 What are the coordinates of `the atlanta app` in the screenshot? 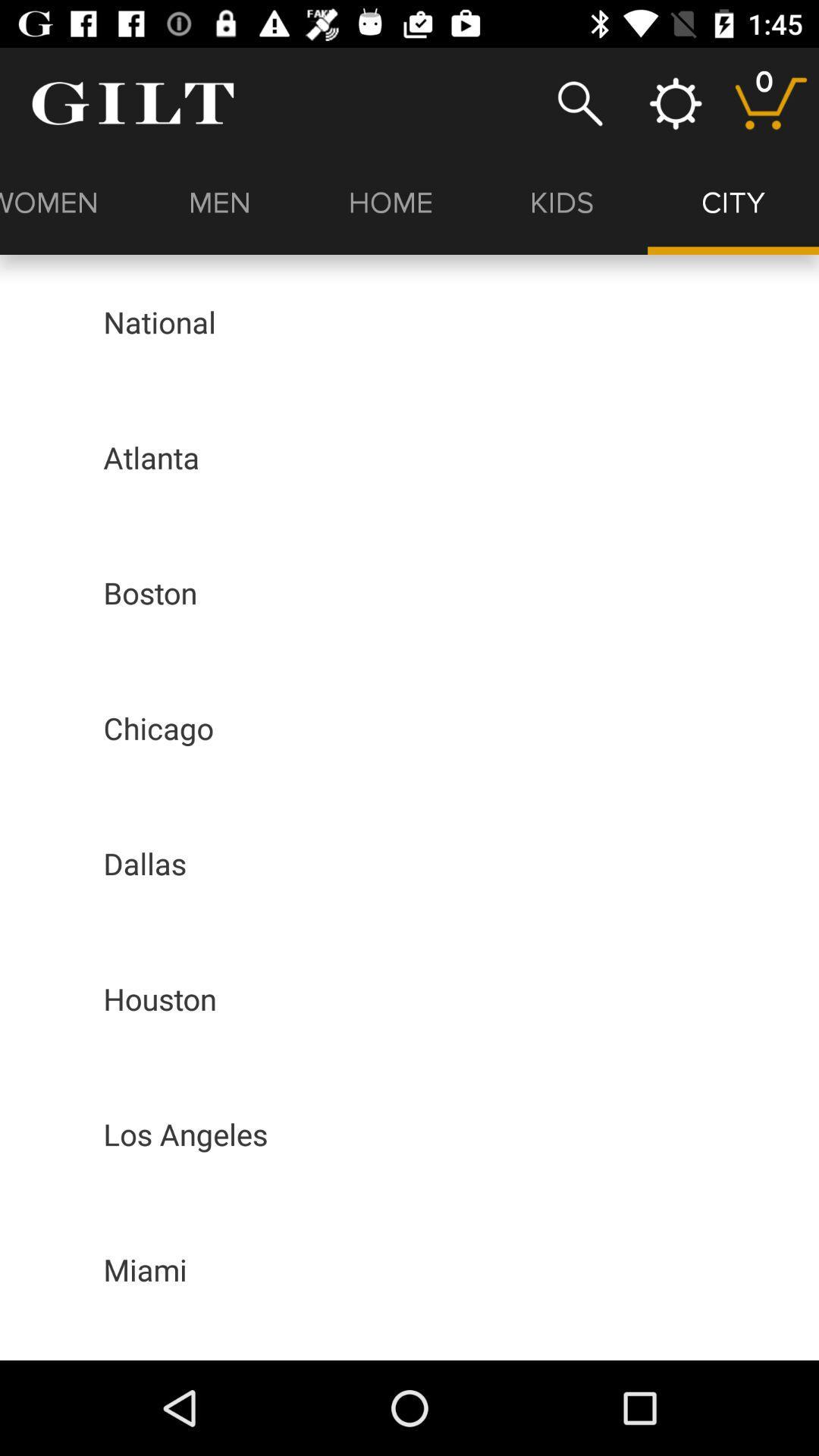 It's located at (151, 457).